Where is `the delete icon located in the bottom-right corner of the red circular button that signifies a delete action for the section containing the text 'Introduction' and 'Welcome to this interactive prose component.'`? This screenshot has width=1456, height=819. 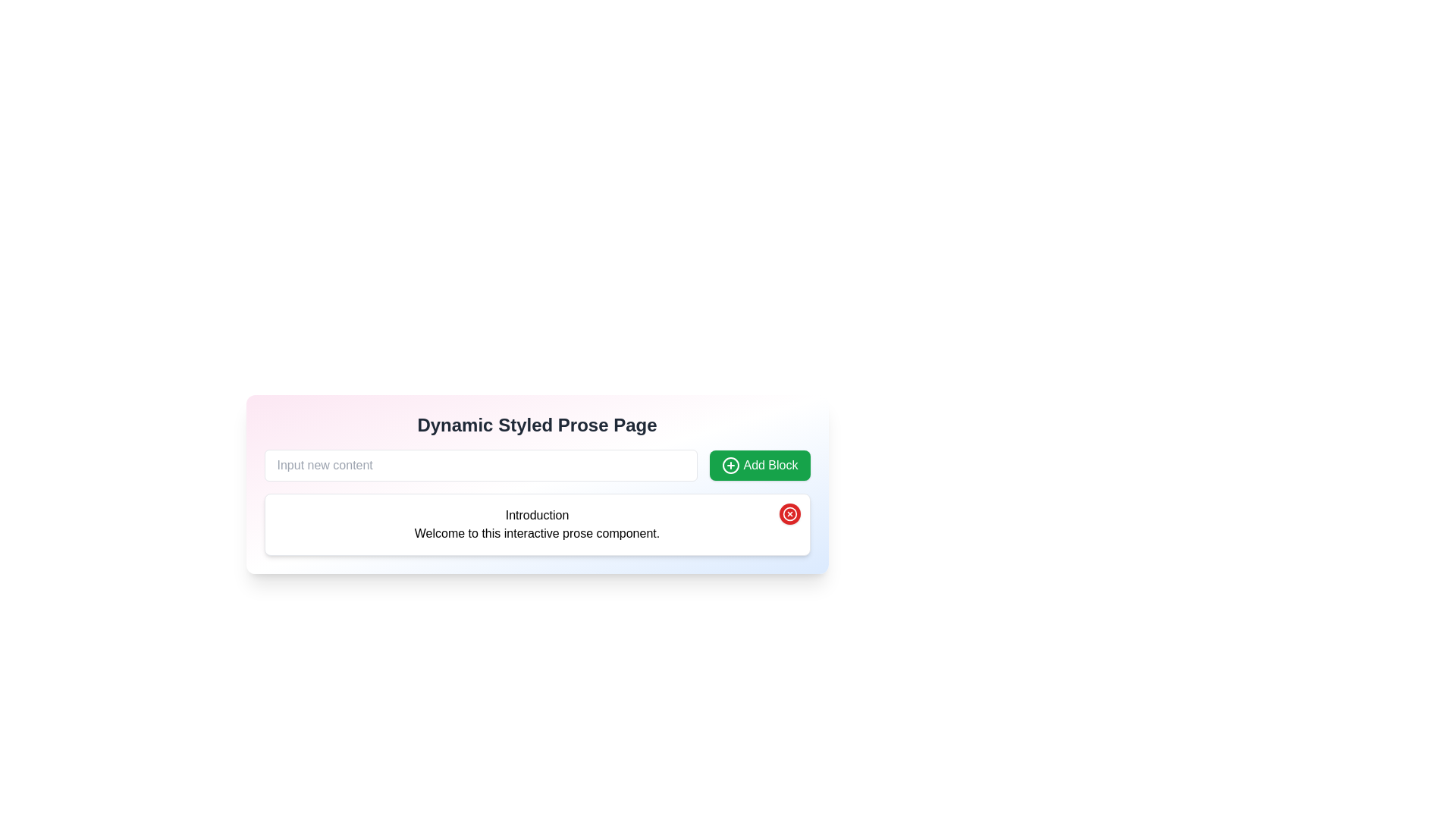
the delete icon located in the bottom-right corner of the red circular button that signifies a delete action for the section containing the text 'Introduction' and 'Welcome to this interactive prose component.' is located at coordinates (789, 513).